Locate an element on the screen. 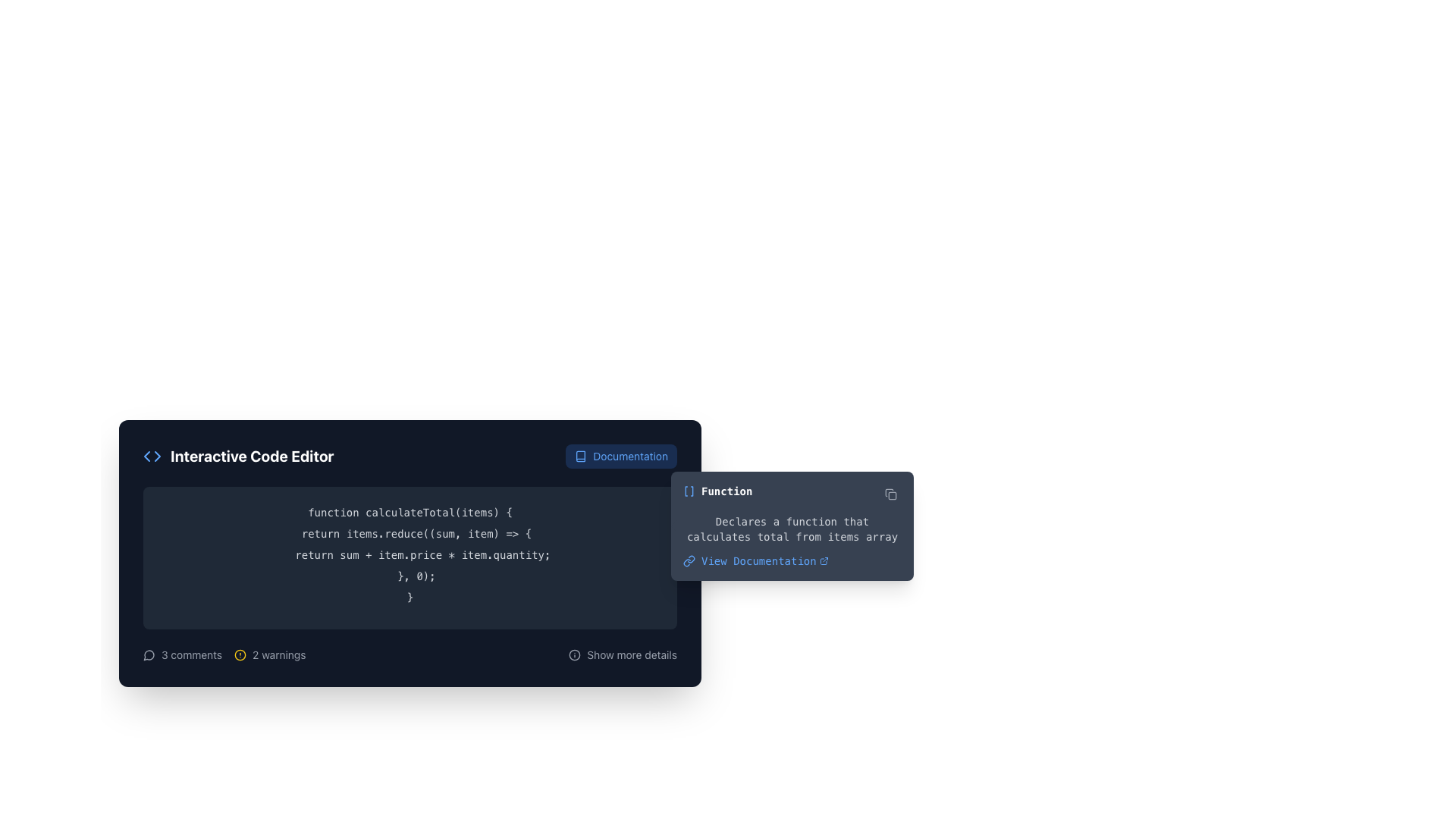 The height and width of the screenshot is (819, 1456). the code block displaying a JavaScript function to focus on it within the Interactive Code Editor interface is located at coordinates (410, 558).